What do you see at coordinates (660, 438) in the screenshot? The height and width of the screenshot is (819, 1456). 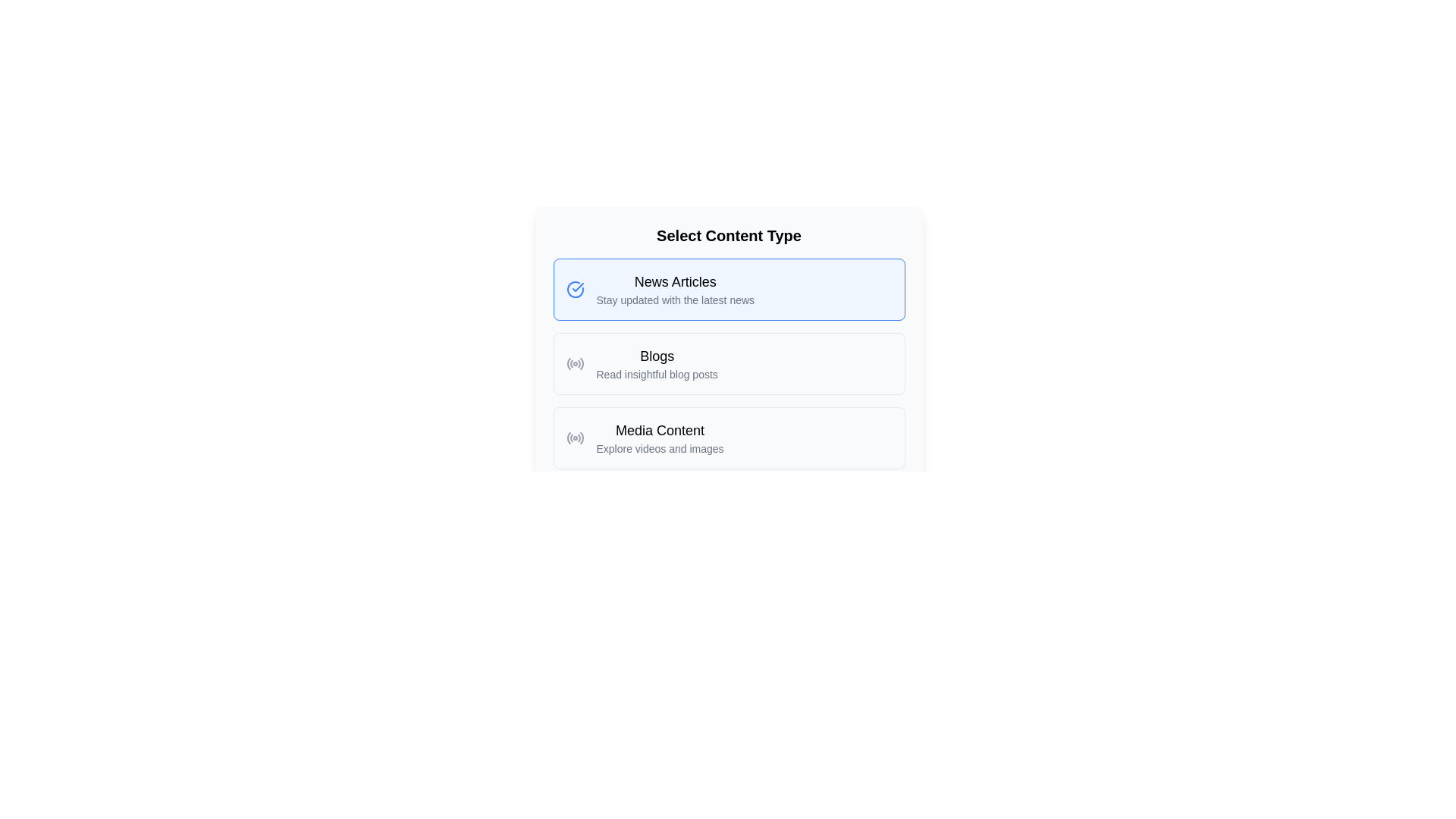 I see `the 'Media Content' label, which includes the heading 'Media Content' and subtext 'Explore videos and images'` at bounding box center [660, 438].